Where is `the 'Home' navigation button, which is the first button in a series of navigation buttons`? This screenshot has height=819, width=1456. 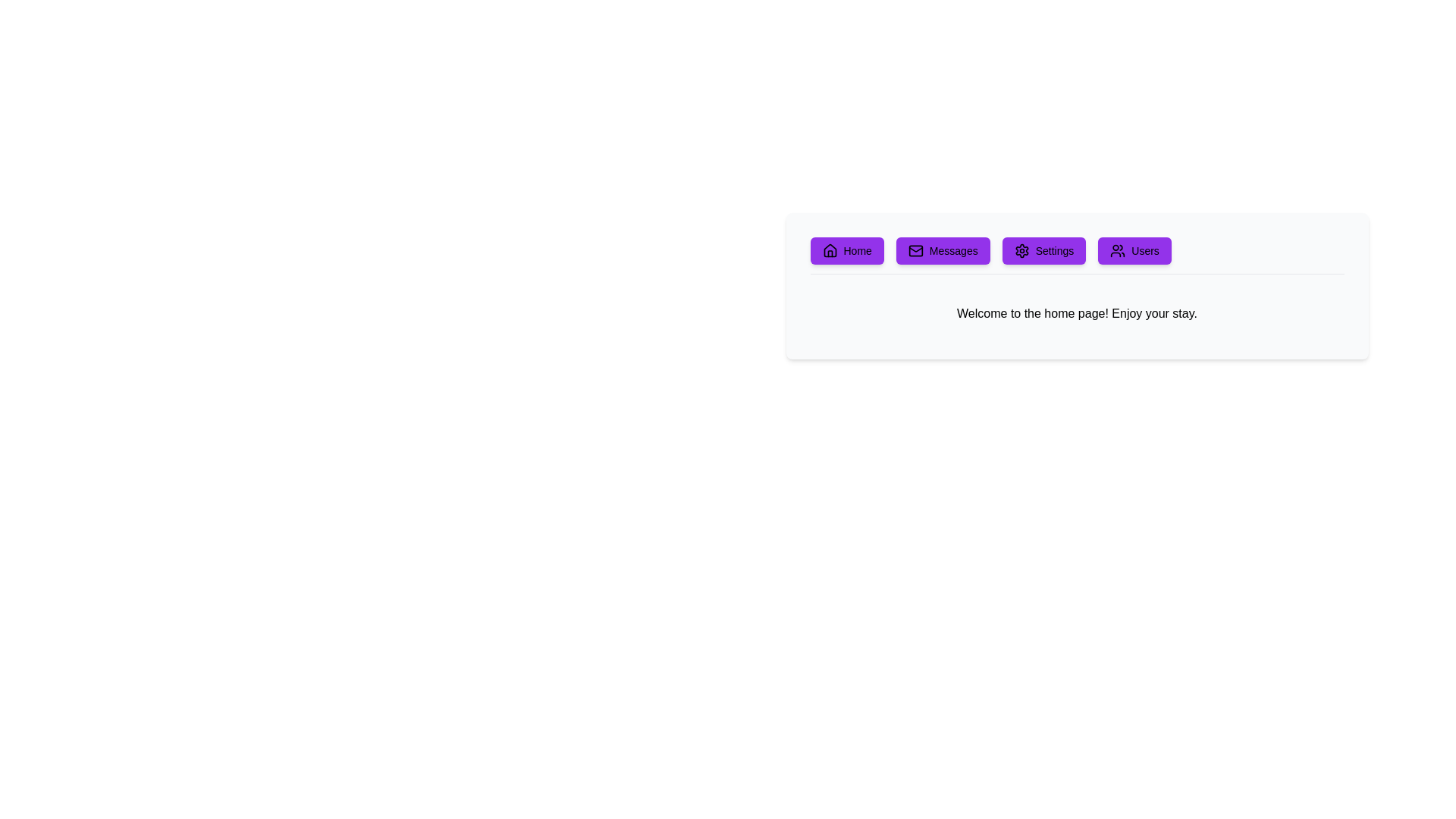
the 'Home' navigation button, which is the first button in a series of navigation buttons is located at coordinates (846, 250).